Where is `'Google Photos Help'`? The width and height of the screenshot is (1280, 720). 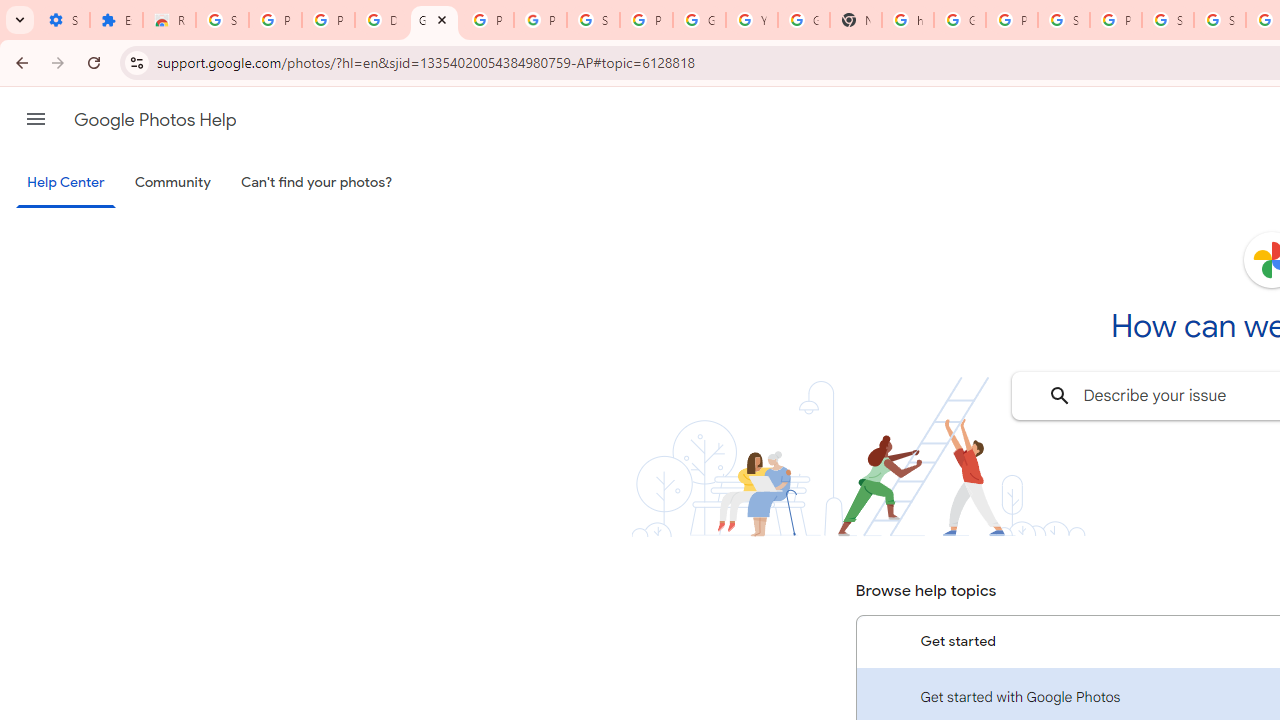 'Google Photos Help' is located at coordinates (154, 119).